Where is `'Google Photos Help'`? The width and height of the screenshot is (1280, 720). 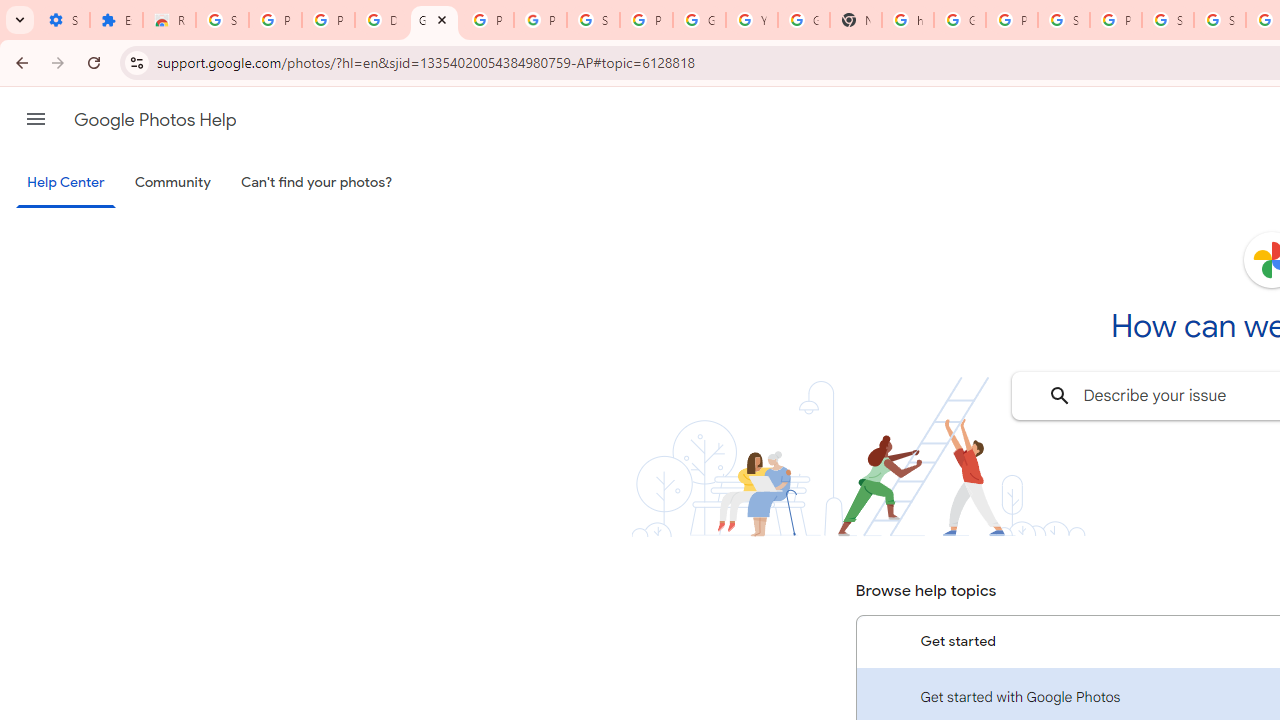 'Google Photos Help' is located at coordinates (154, 119).